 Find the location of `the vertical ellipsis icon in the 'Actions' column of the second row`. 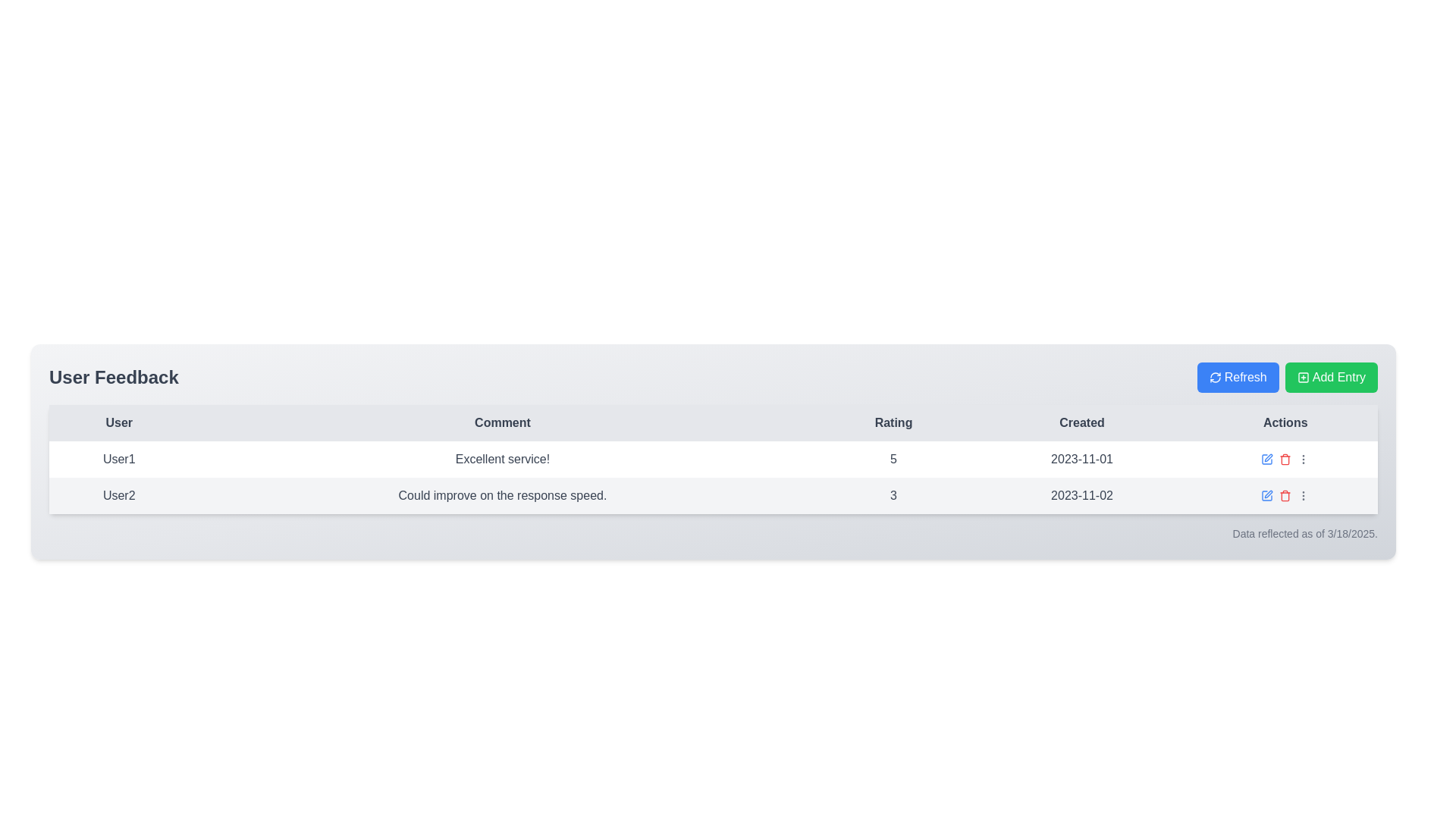

the vertical ellipsis icon in the 'Actions' column of the second row is located at coordinates (1303, 496).